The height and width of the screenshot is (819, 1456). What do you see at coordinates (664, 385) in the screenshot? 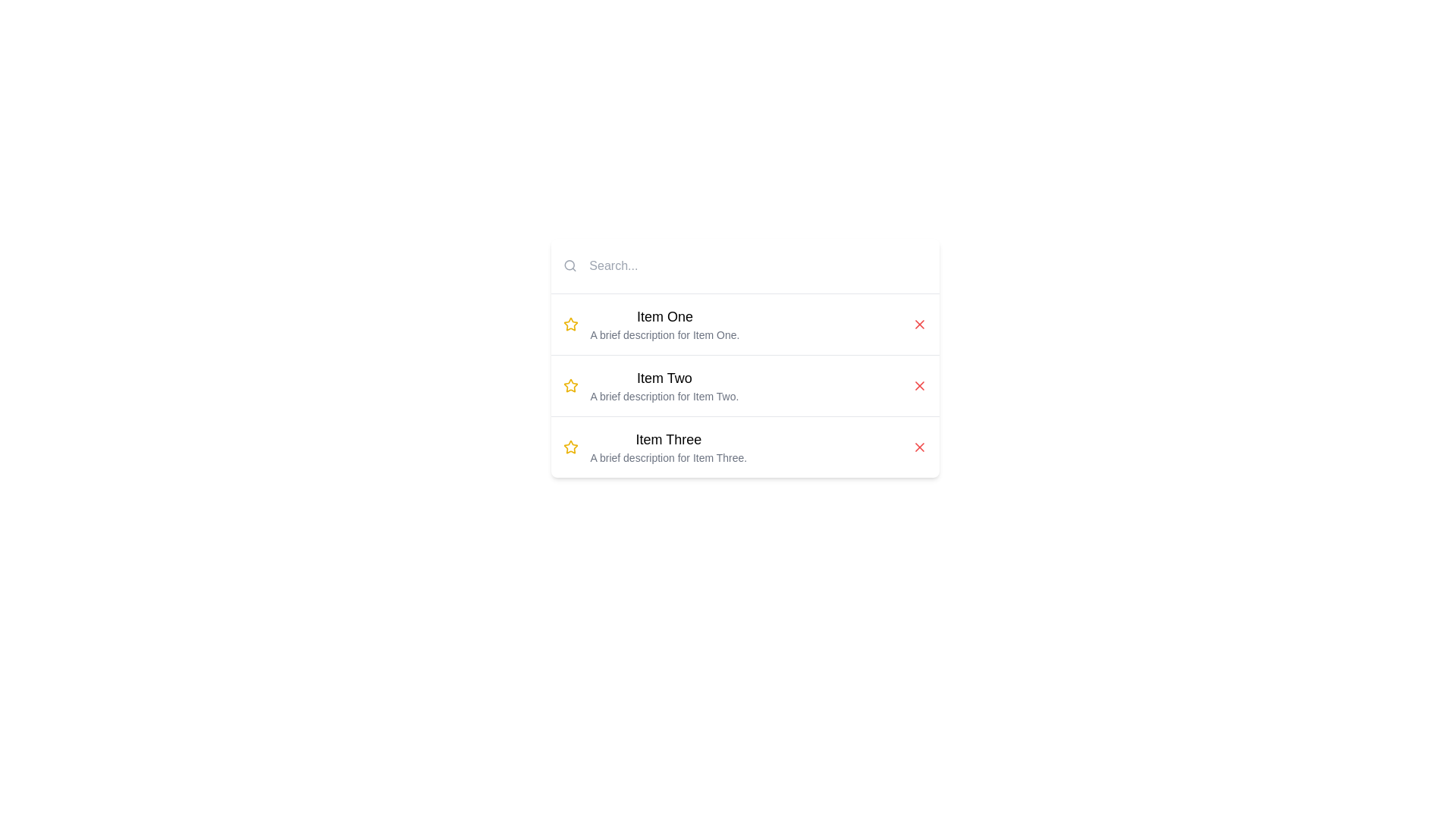
I see `the second item` at bounding box center [664, 385].